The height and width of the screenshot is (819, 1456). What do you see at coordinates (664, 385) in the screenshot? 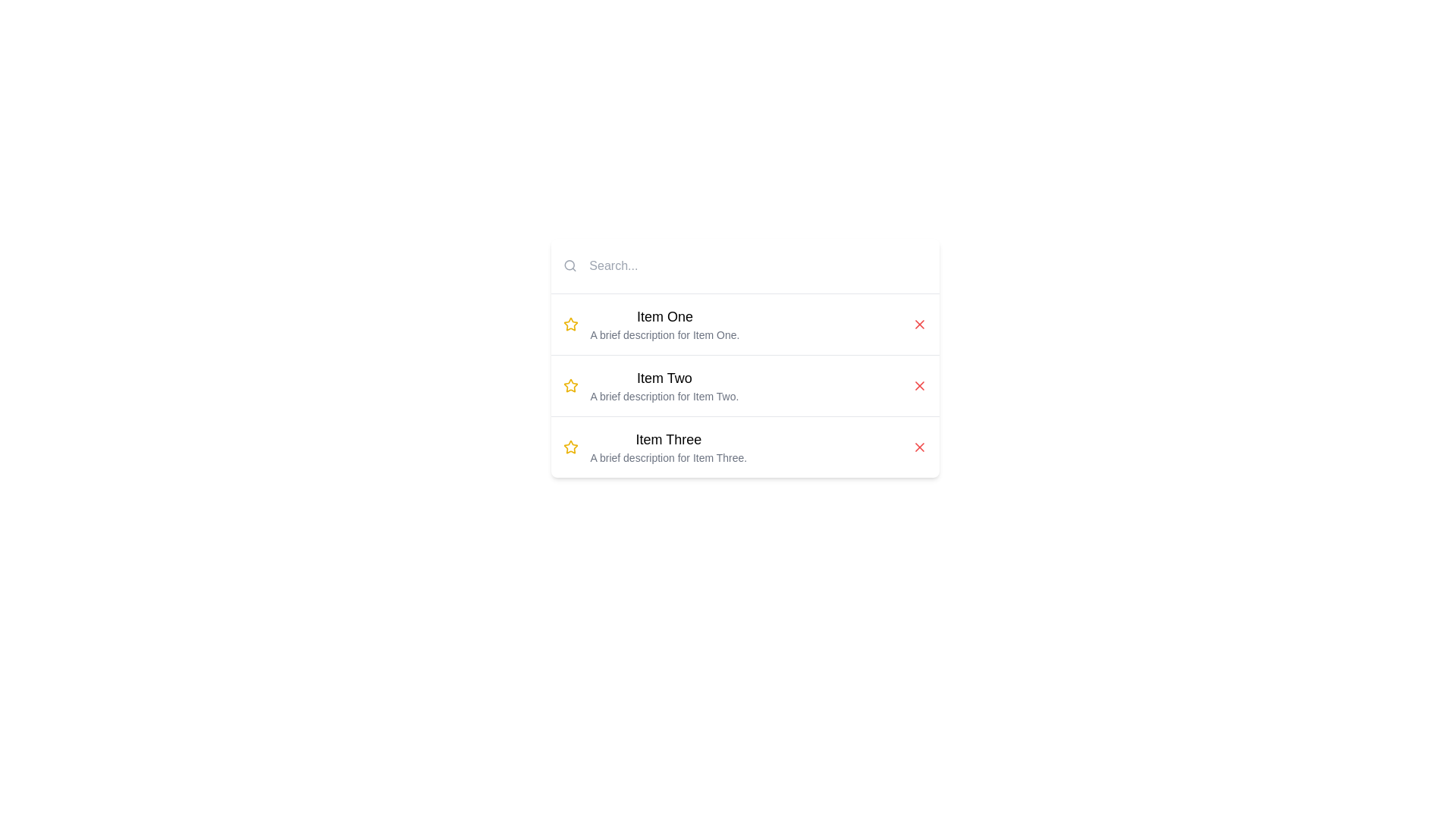
I see `the second item` at bounding box center [664, 385].